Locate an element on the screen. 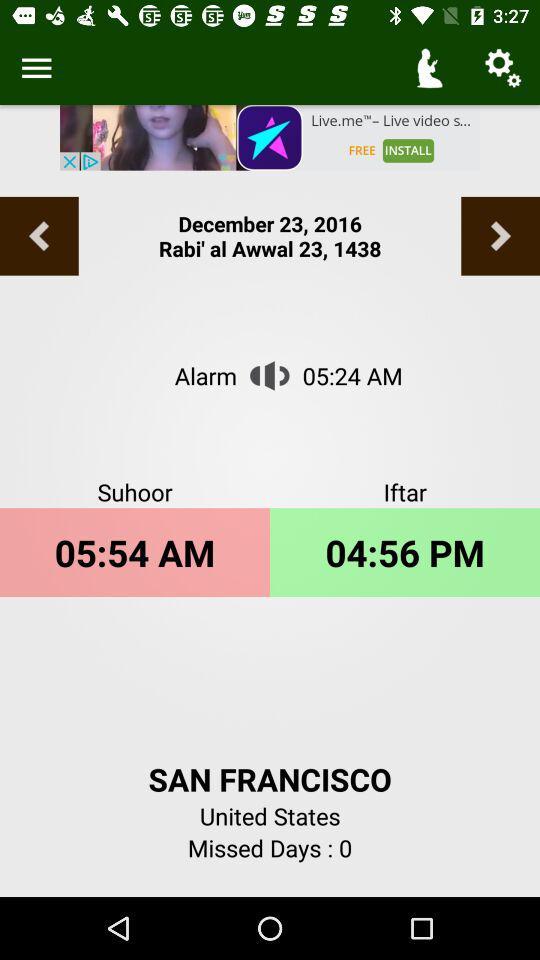 The width and height of the screenshot is (540, 960). the arrow_backward icon is located at coordinates (39, 236).